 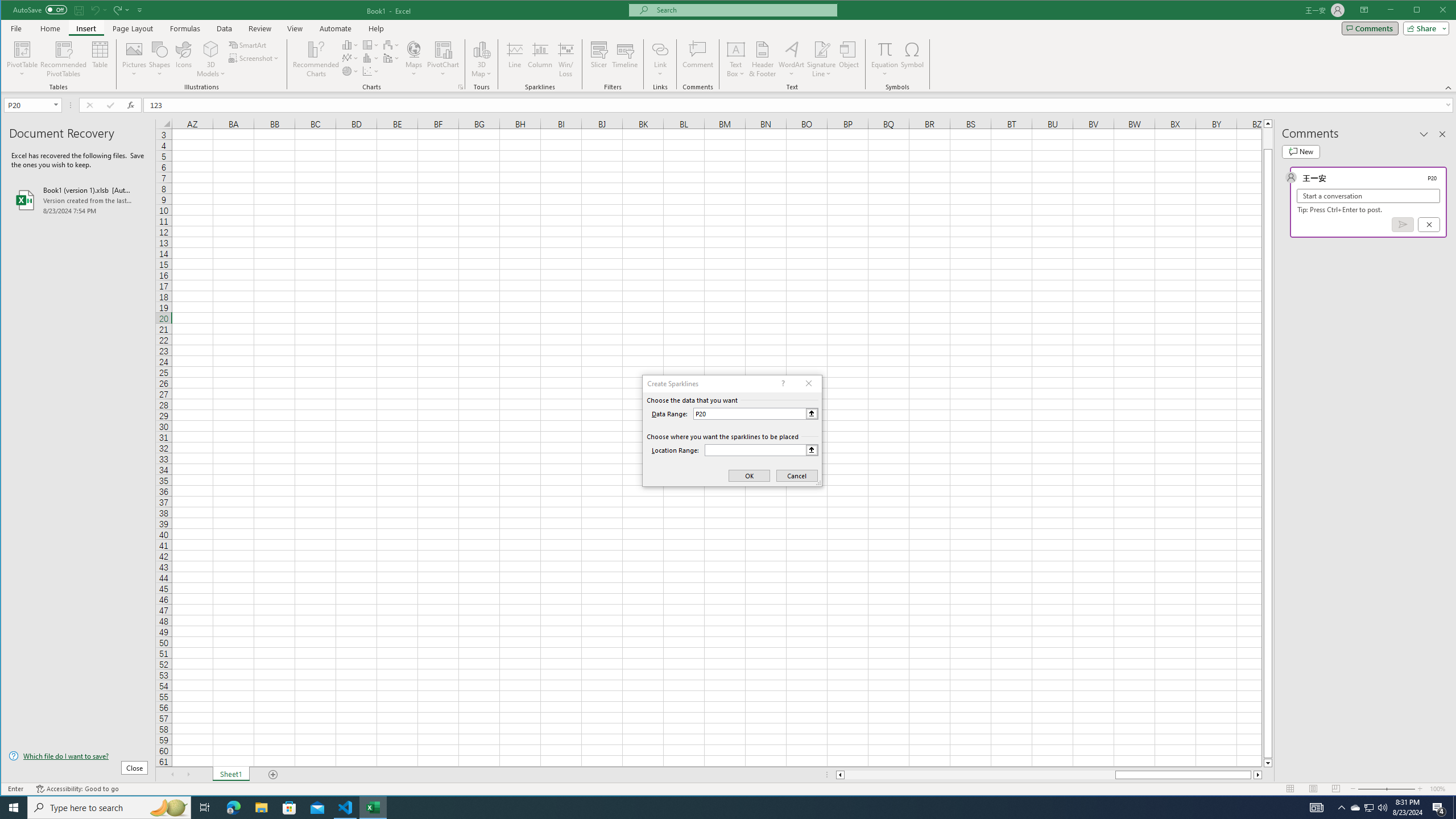 What do you see at coordinates (482, 48) in the screenshot?
I see `'3D Map'` at bounding box center [482, 48].